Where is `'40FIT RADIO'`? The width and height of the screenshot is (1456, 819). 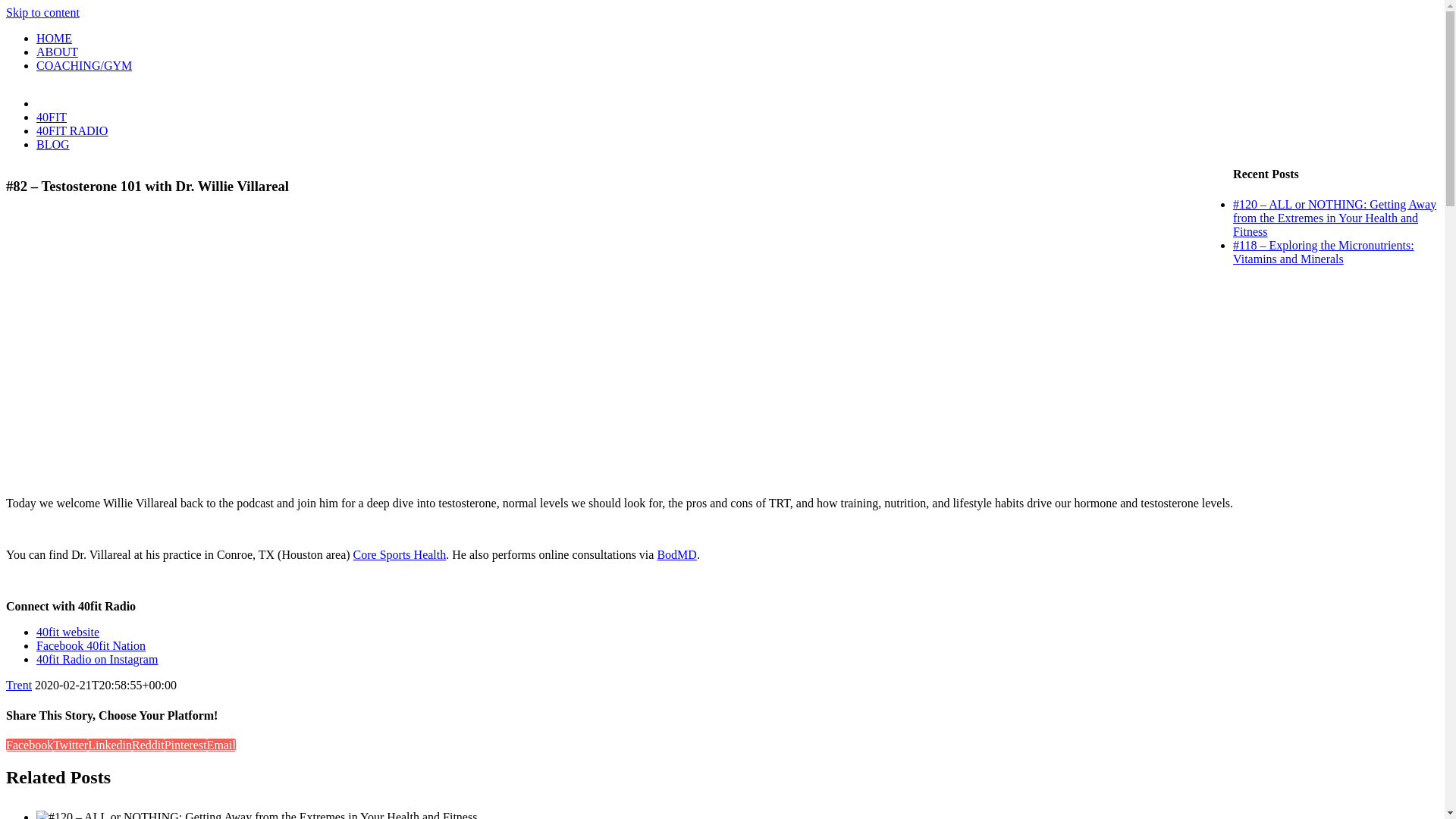 '40FIT RADIO' is located at coordinates (71, 130).